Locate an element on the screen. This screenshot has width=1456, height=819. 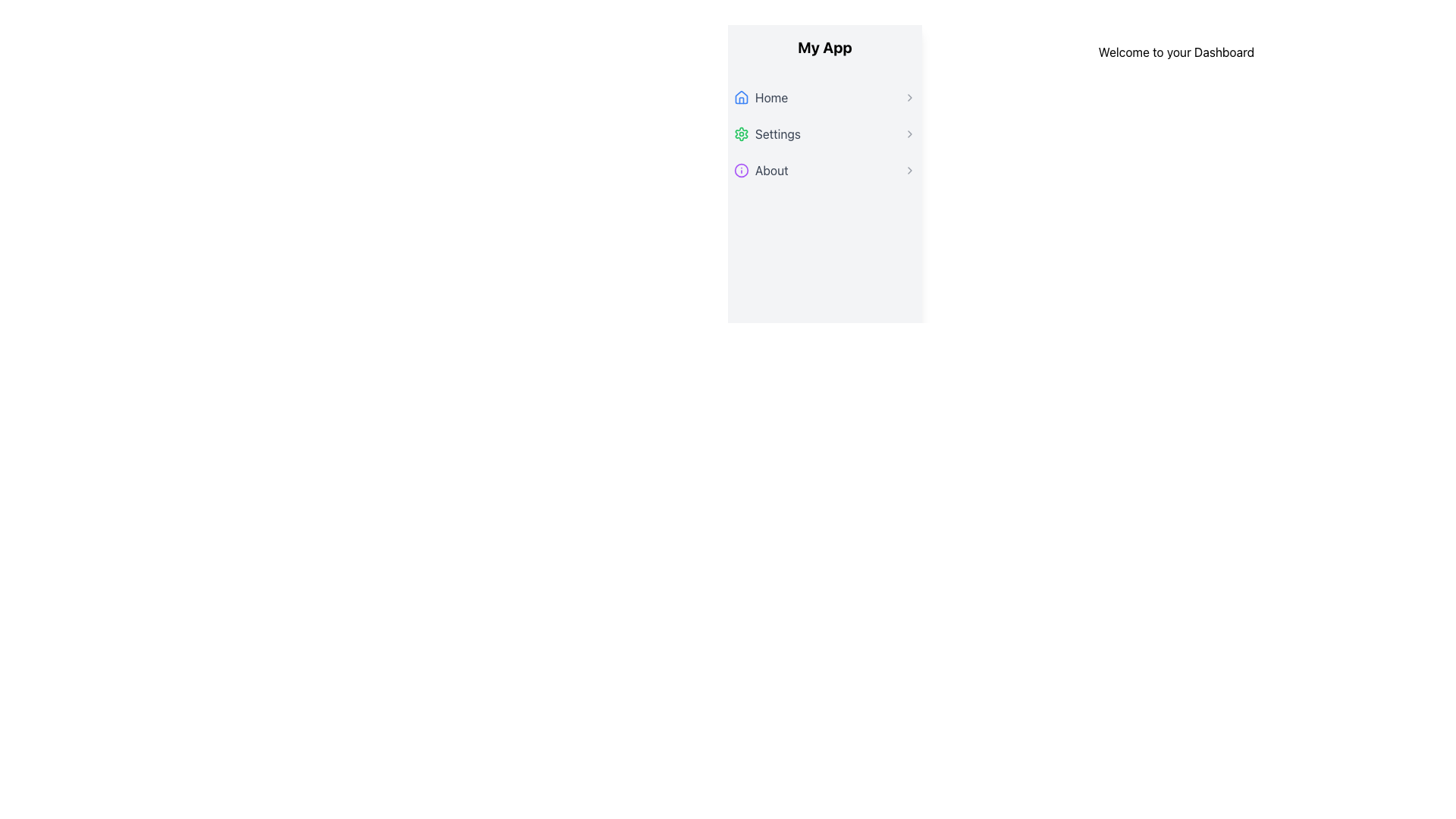
the blue house icon located to the left of the 'Home' menu item in the main sidebar of the application interface is located at coordinates (742, 97).